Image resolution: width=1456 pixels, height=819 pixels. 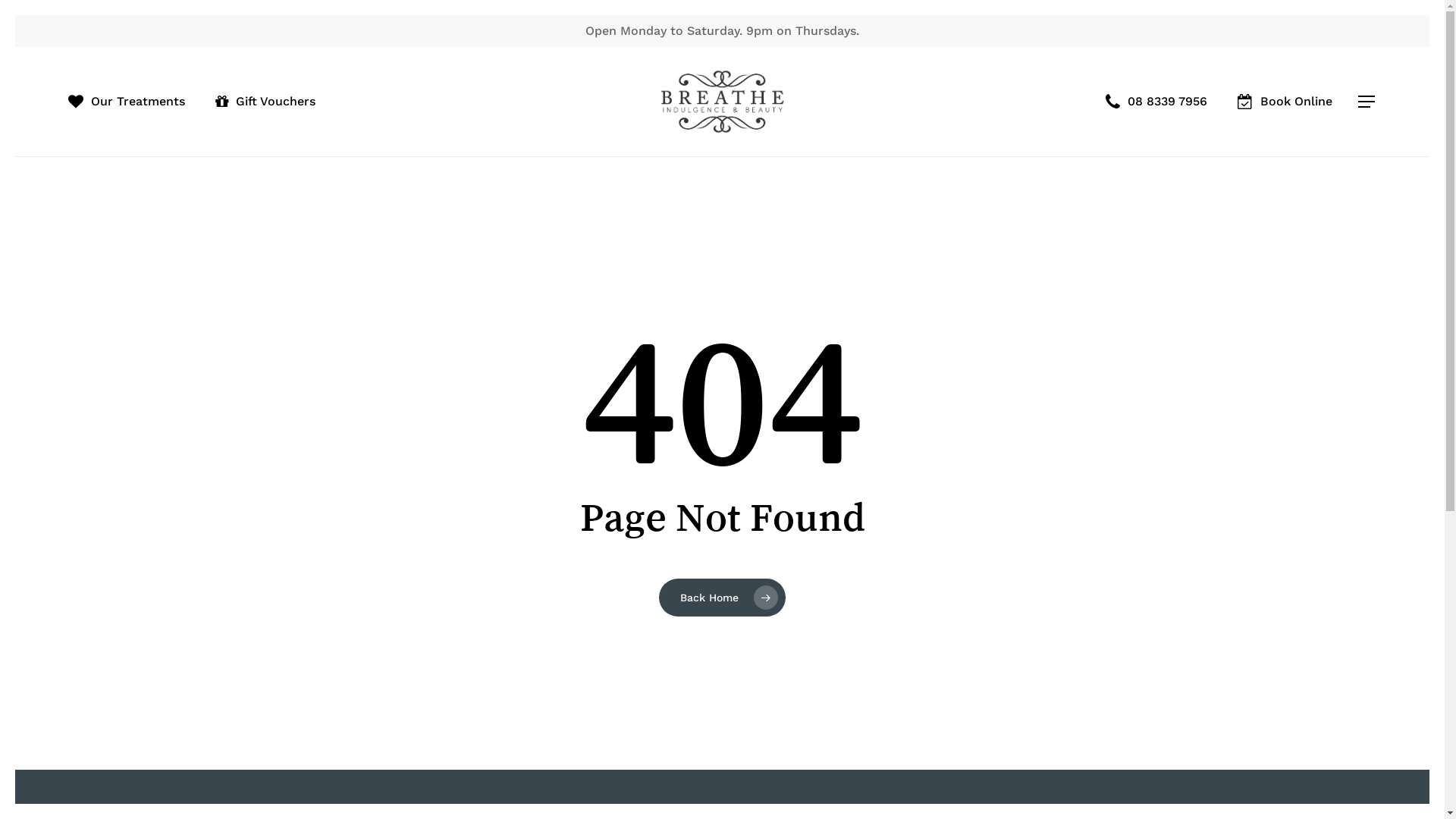 What do you see at coordinates (1367, 102) in the screenshot?
I see `'Menu'` at bounding box center [1367, 102].